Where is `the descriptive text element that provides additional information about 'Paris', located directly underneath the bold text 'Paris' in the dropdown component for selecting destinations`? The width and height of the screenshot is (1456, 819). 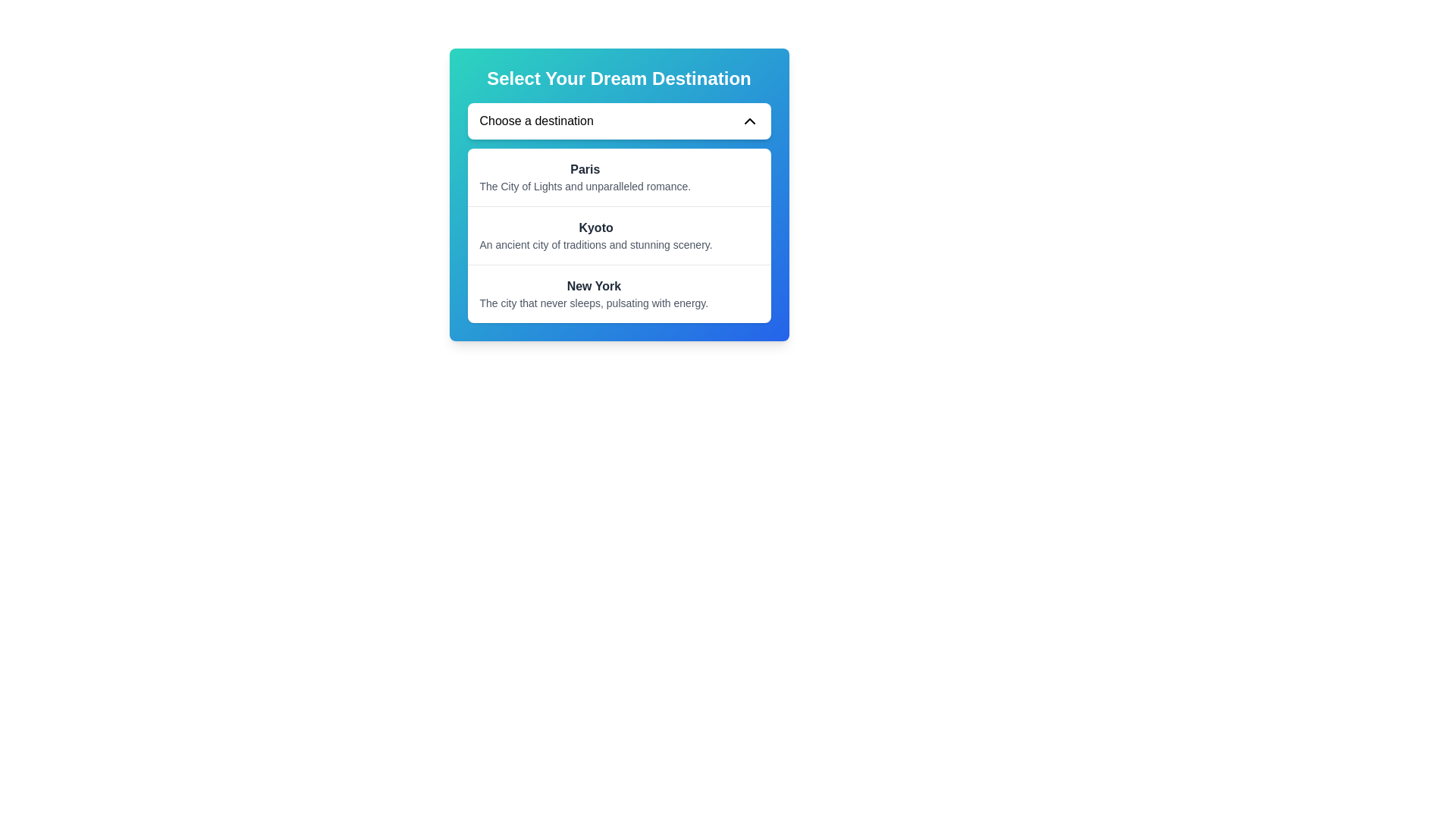 the descriptive text element that provides additional information about 'Paris', located directly underneath the bold text 'Paris' in the dropdown component for selecting destinations is located at coordinates (584, 186).